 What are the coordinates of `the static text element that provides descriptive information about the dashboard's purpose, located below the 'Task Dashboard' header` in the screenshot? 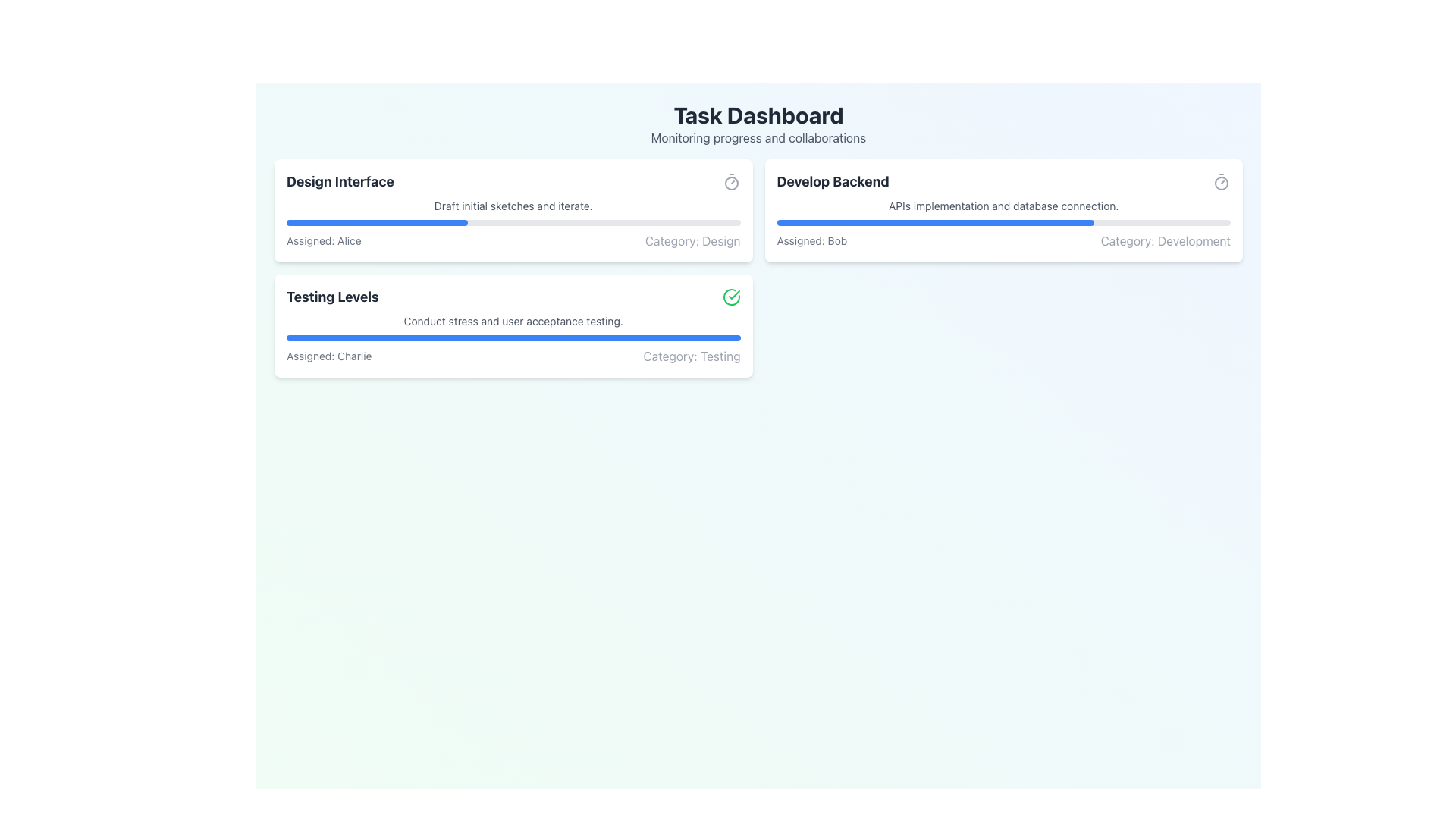 It's located at (758, 137).